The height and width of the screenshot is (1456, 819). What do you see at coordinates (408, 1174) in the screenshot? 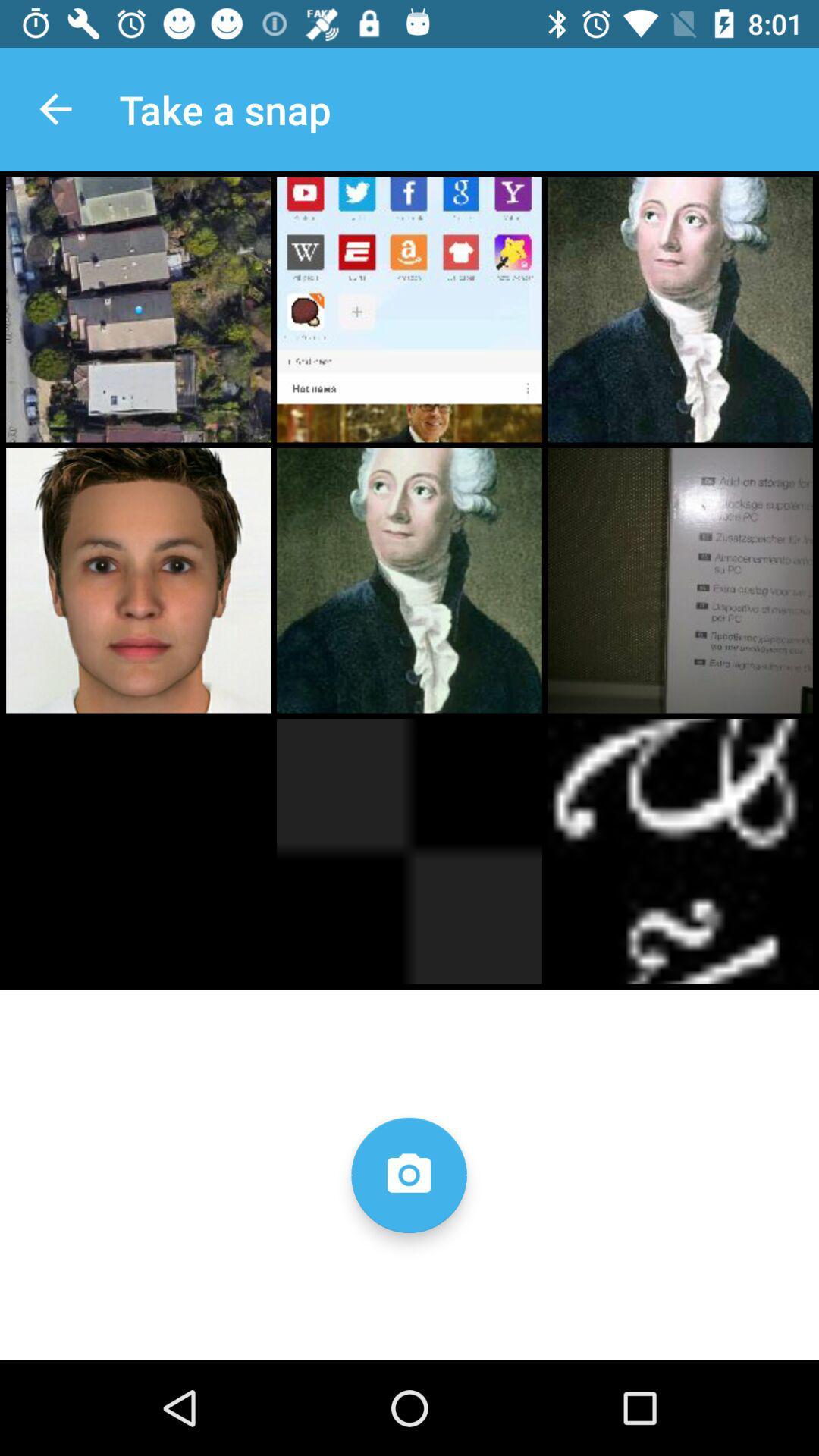
I see `take a picture` at bounding box center [408, 1174].